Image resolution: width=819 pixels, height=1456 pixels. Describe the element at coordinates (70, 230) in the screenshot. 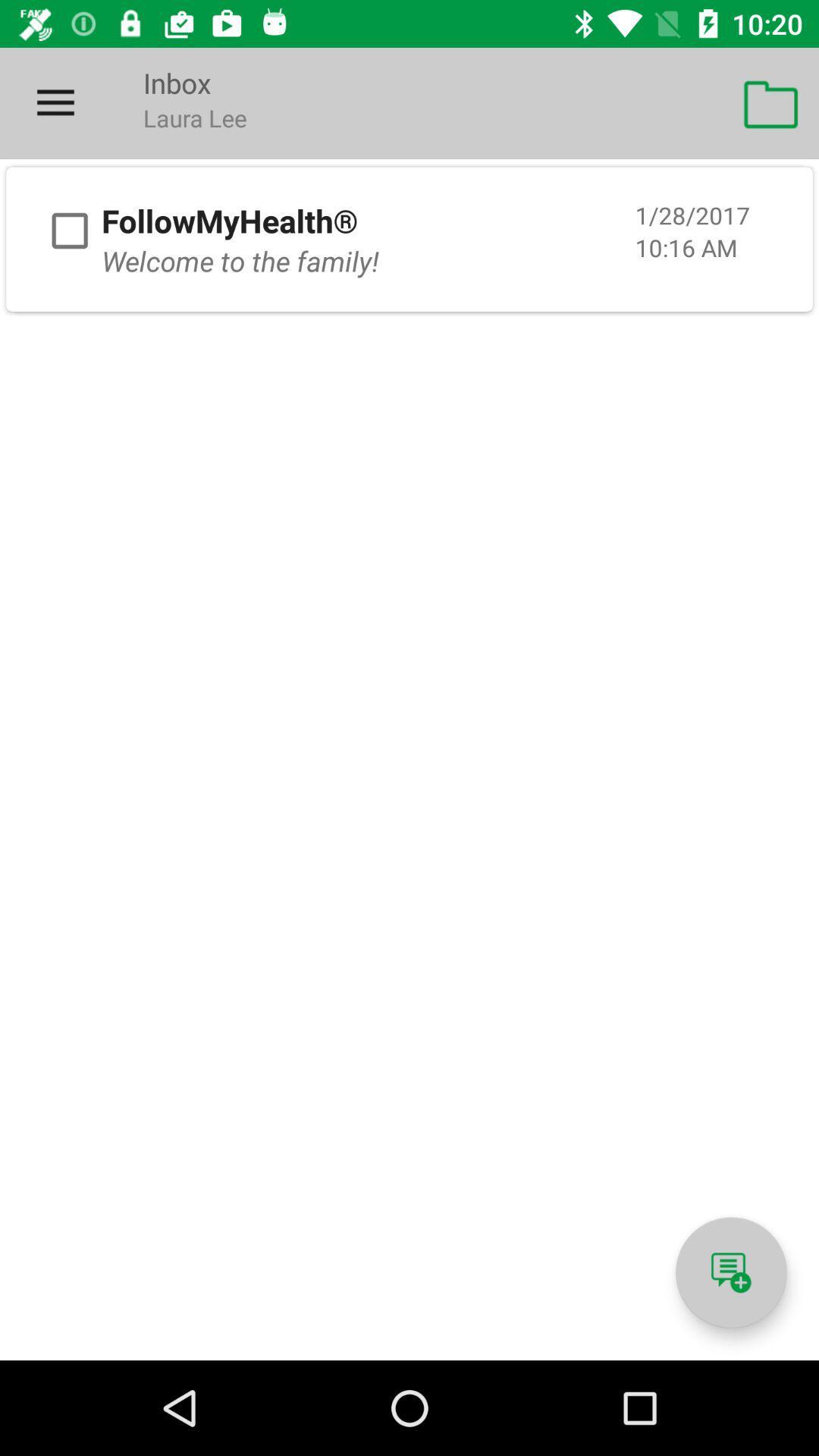

I see `checkbox for email` at that location.